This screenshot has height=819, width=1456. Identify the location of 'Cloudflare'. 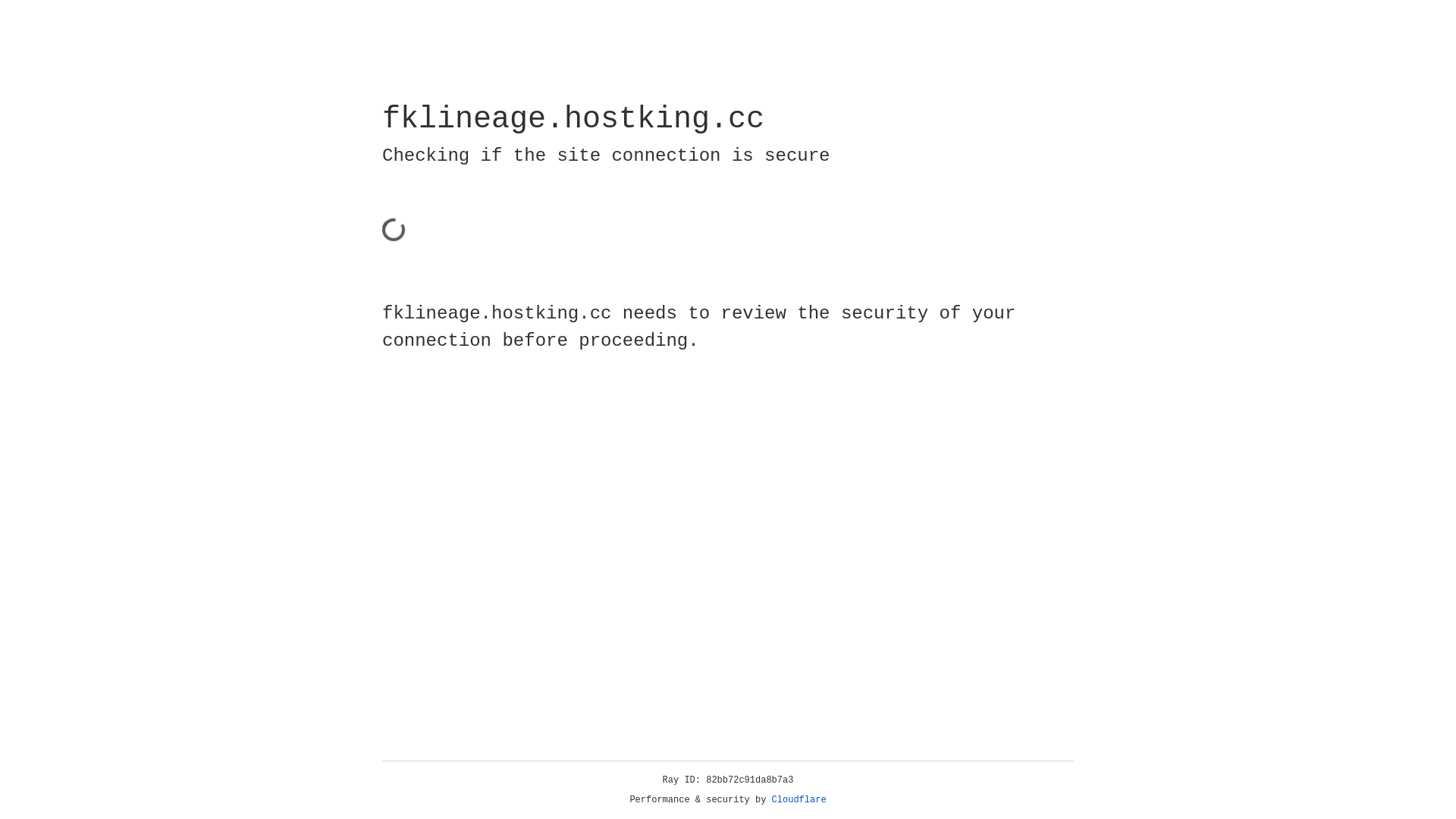
(799, 799).